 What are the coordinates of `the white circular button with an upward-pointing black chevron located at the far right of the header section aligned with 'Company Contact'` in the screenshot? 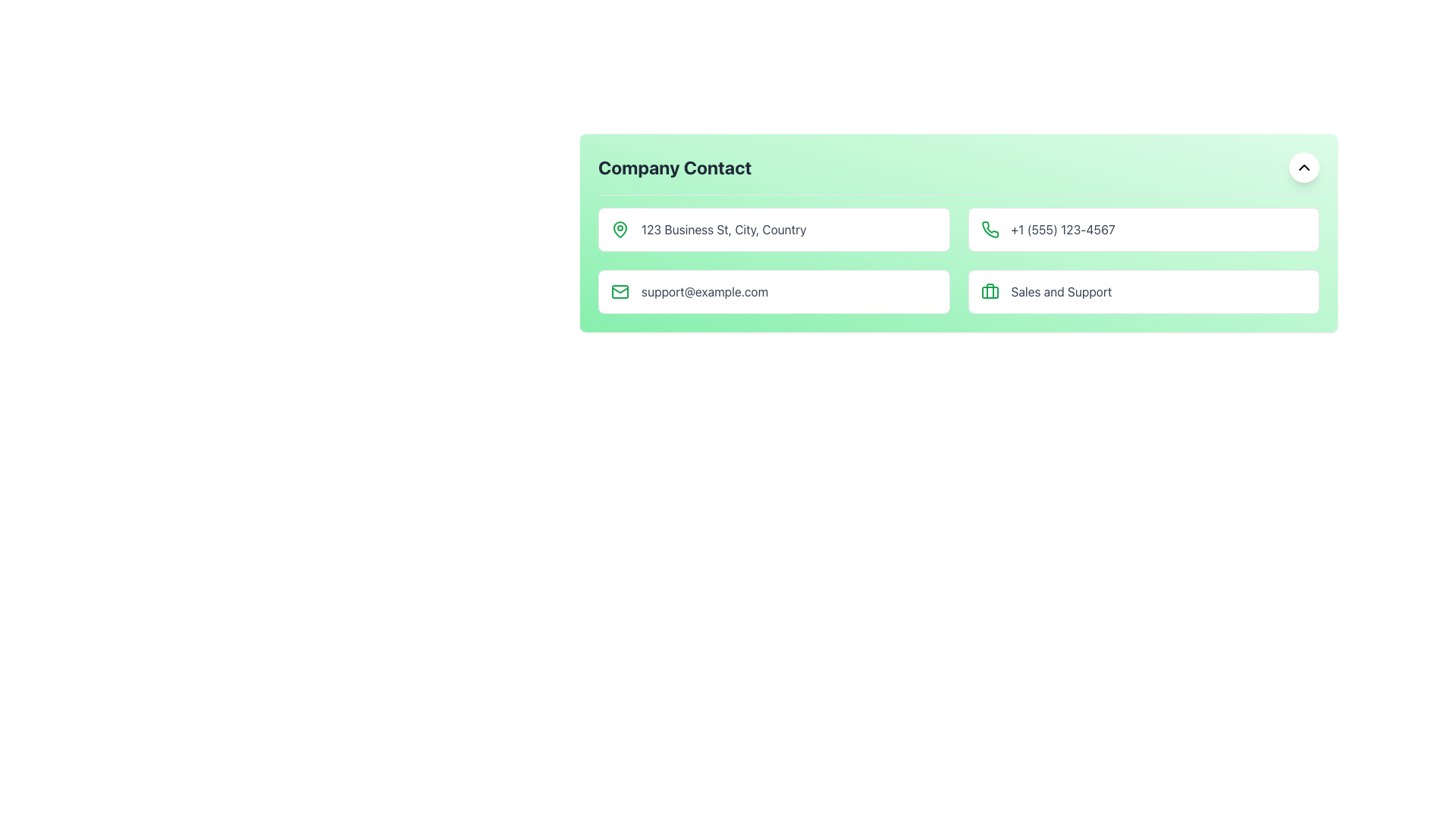 It's located at (1303, 167).